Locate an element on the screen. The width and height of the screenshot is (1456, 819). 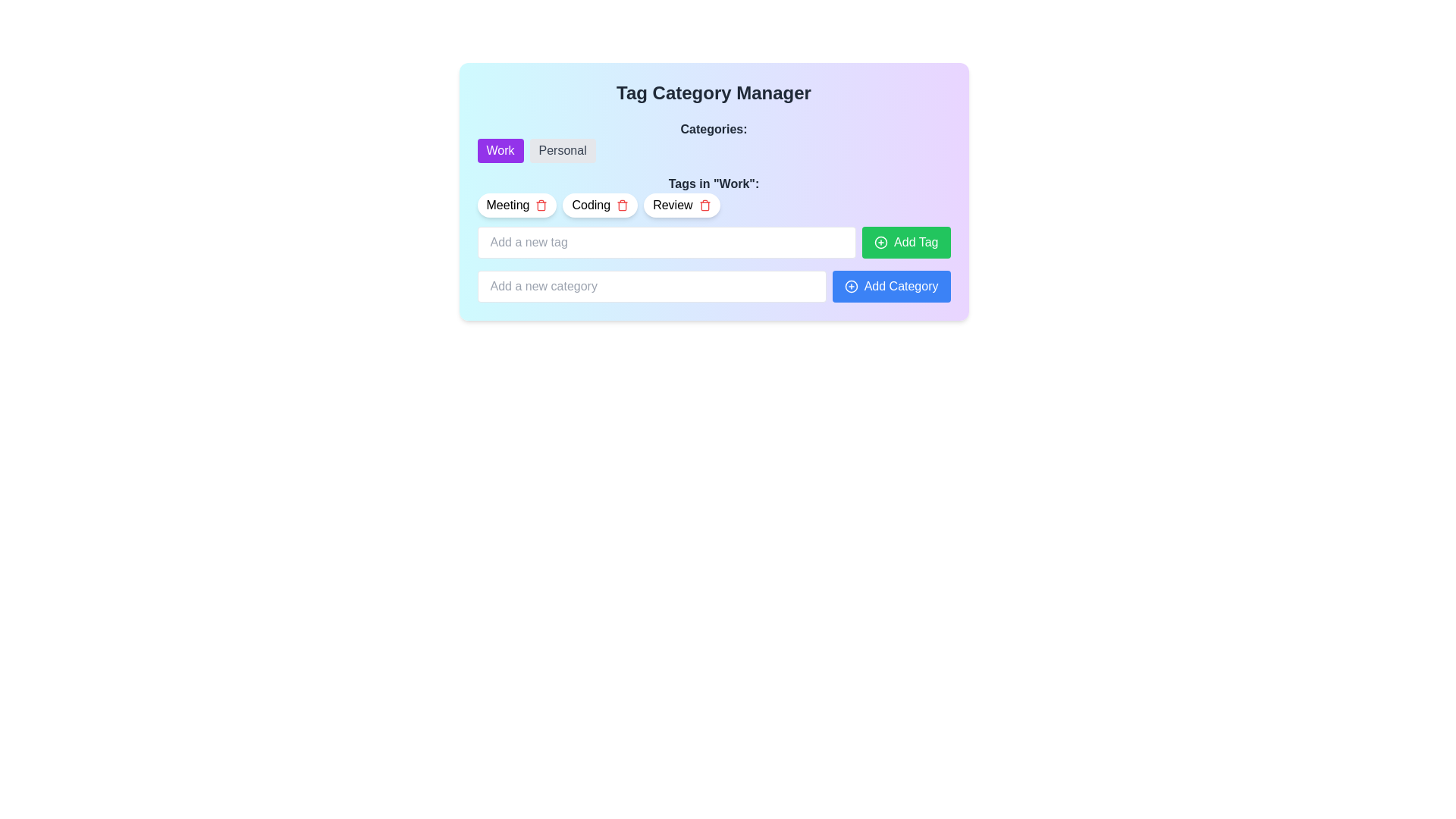
the red trash icon embedded in the 'Review' button is located at coordinates (704, 205).